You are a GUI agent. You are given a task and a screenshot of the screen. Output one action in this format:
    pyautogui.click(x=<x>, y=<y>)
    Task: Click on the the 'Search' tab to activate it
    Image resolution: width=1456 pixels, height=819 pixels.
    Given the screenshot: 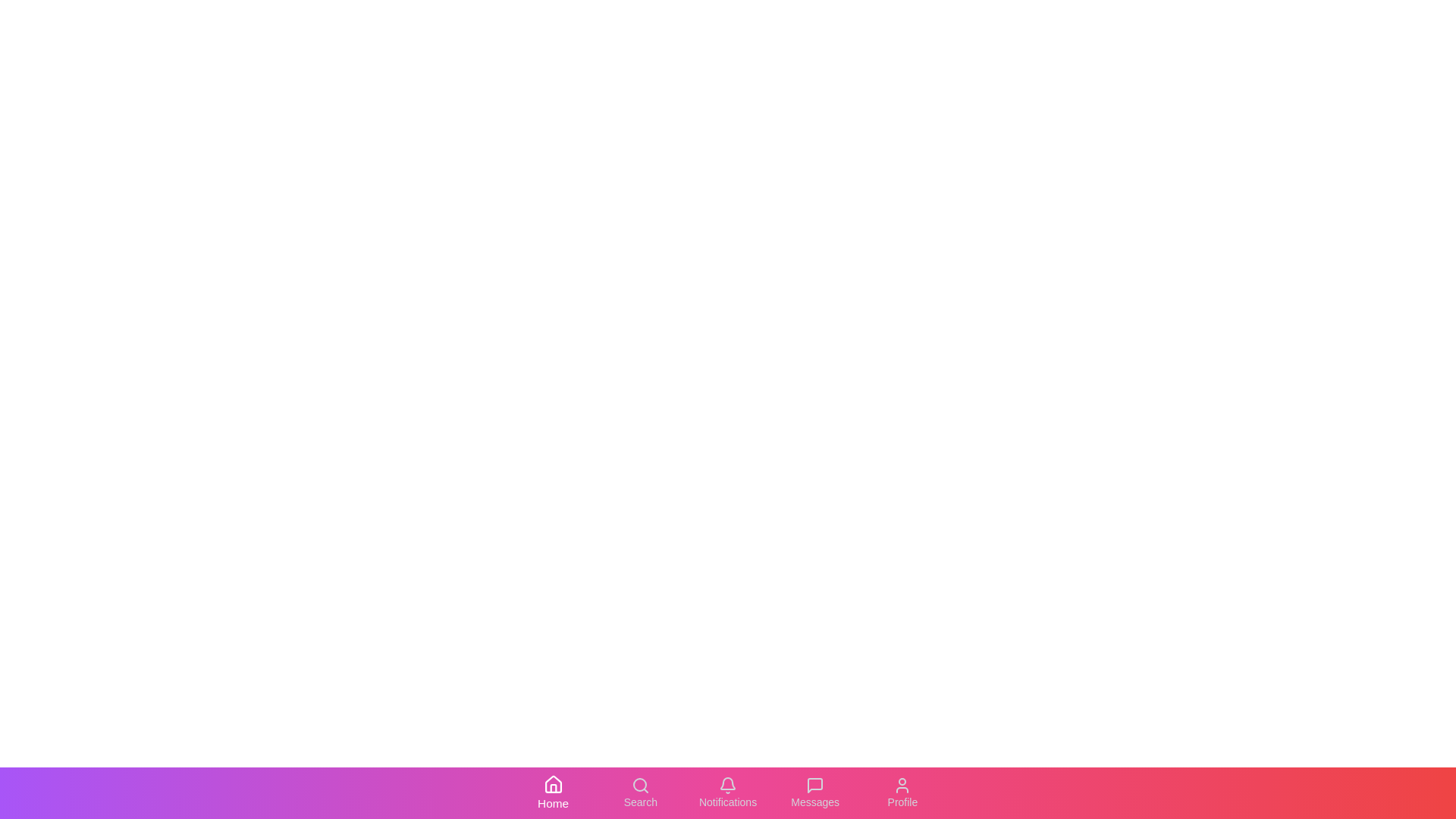 What is the action you would take?
    pyautogui.click(x=640, y=792)
    